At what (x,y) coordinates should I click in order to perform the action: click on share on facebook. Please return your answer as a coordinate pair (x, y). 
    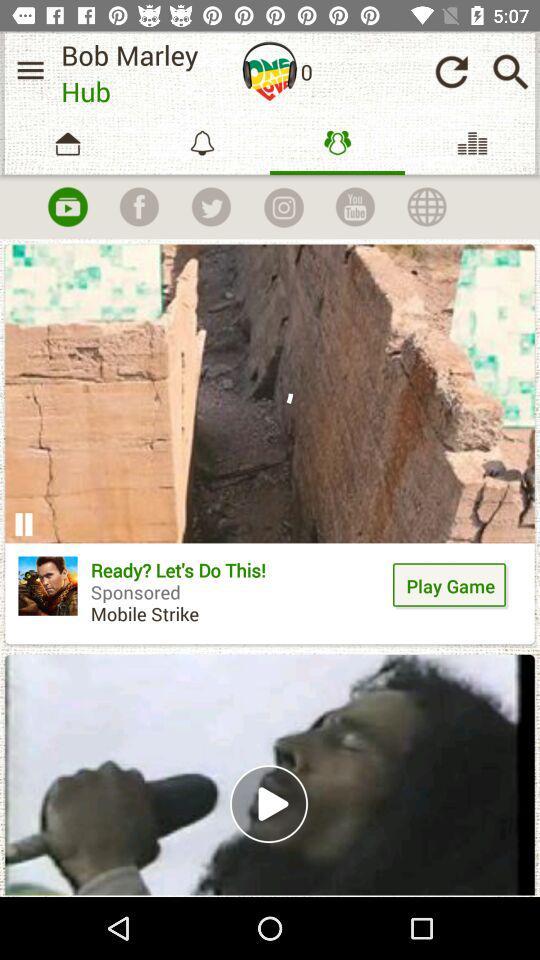
    Looking at the image, I should click on (138, 207).